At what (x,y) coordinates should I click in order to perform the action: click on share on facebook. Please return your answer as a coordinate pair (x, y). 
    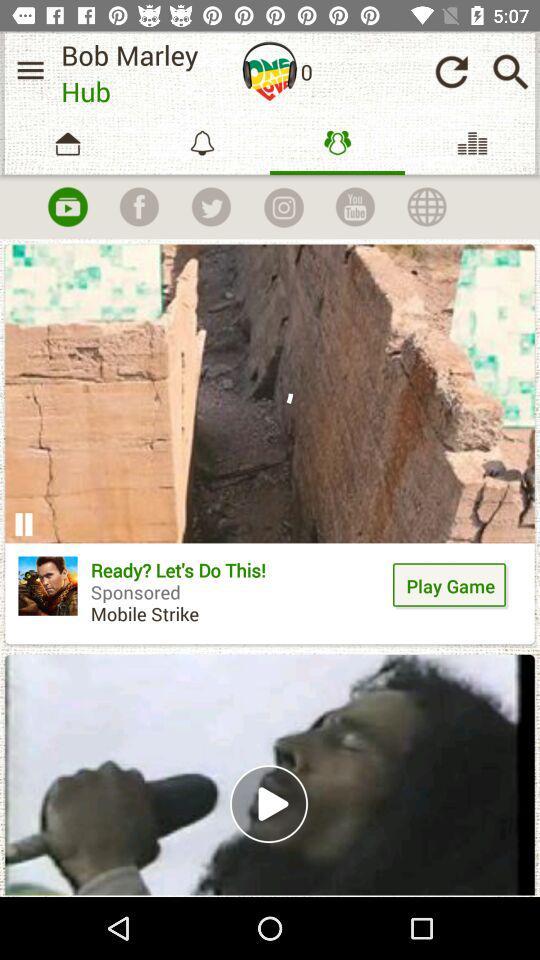
    Looking at the image, I should click on (138, 207).